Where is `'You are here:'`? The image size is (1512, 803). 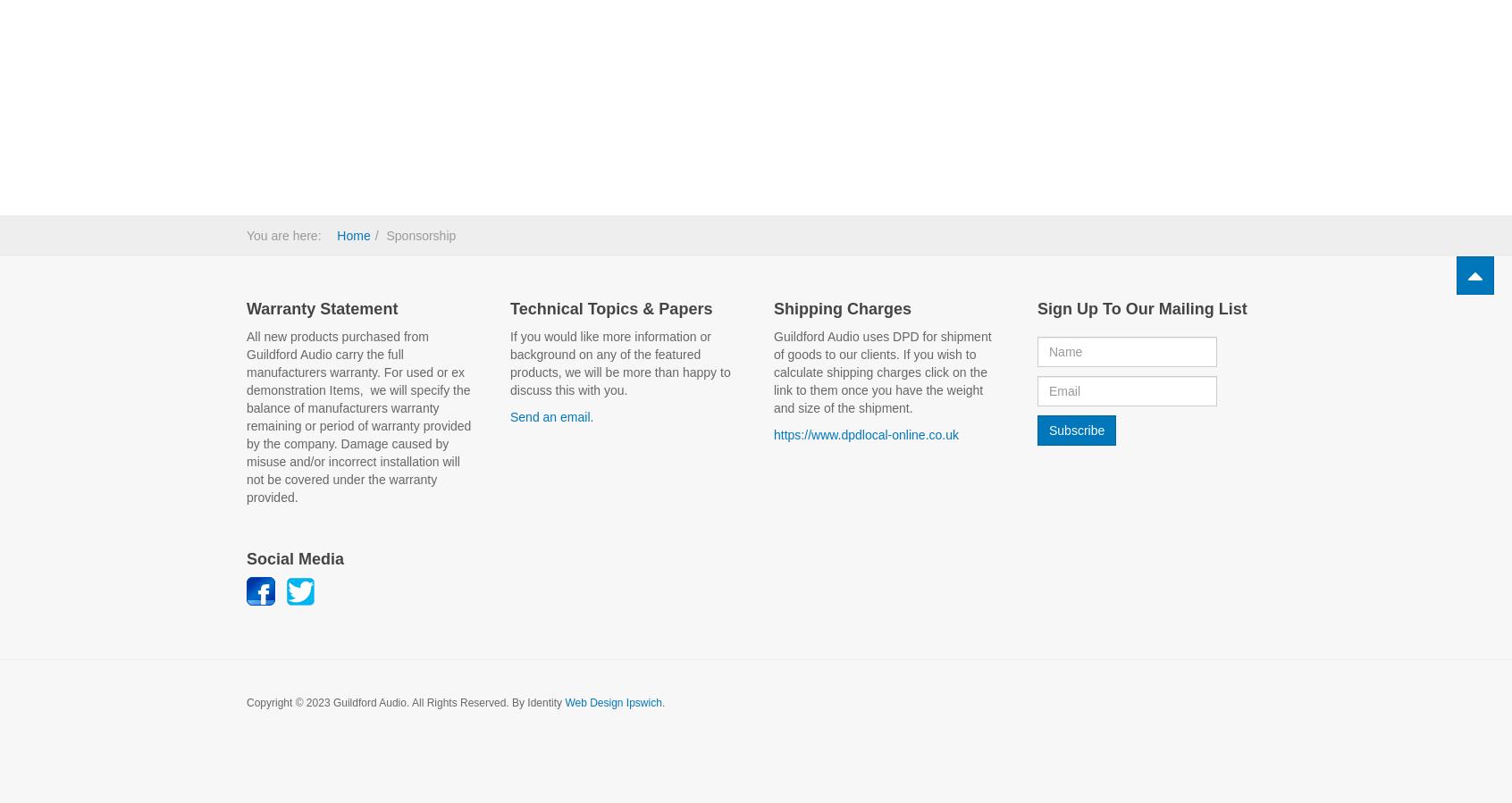
'You are here:' is located at coordinates (286, 234).